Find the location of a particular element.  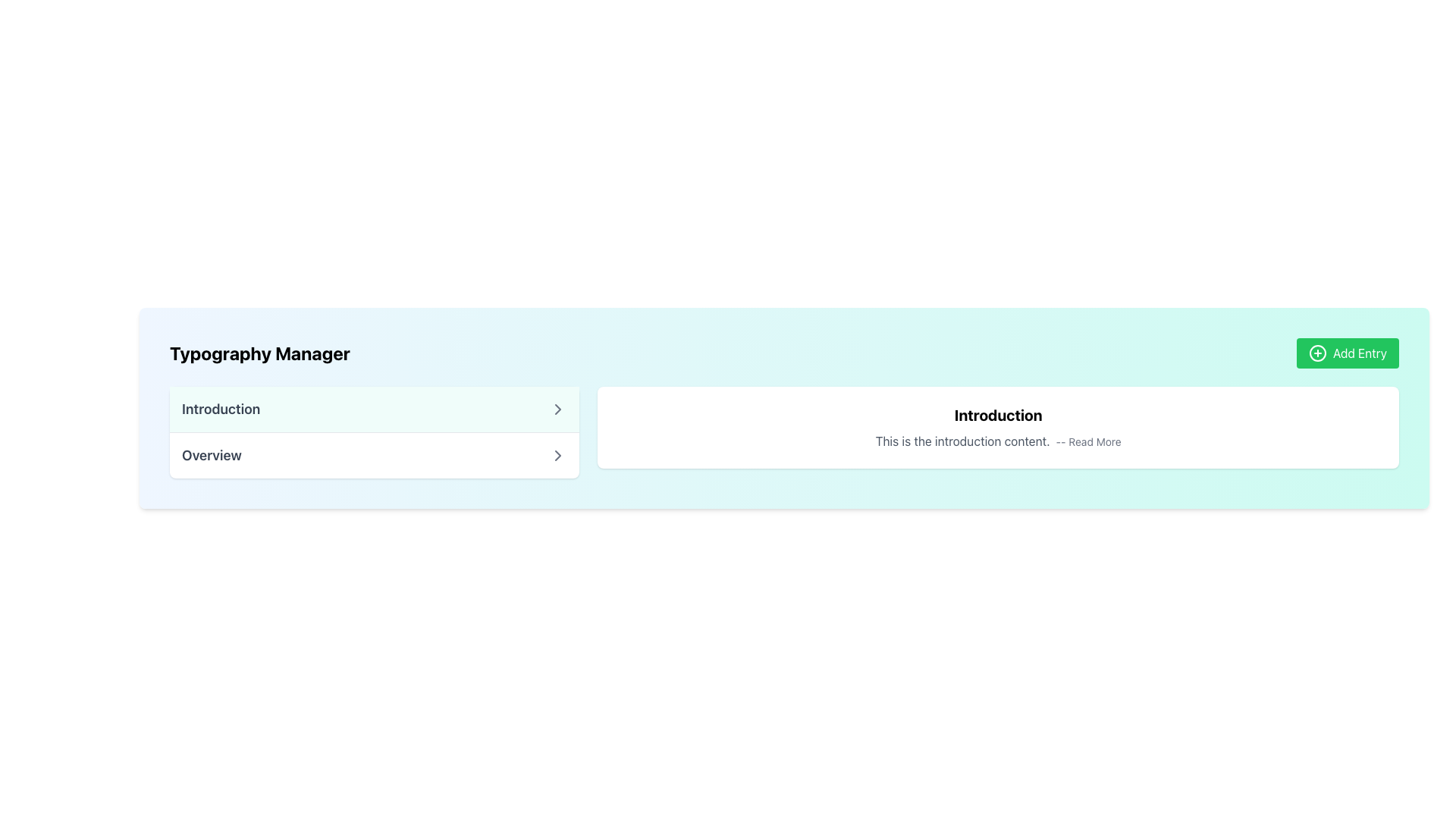

the second List Item under the 'Typography Manager' heading for keyboard navigation is located at coordinates (375, 455).